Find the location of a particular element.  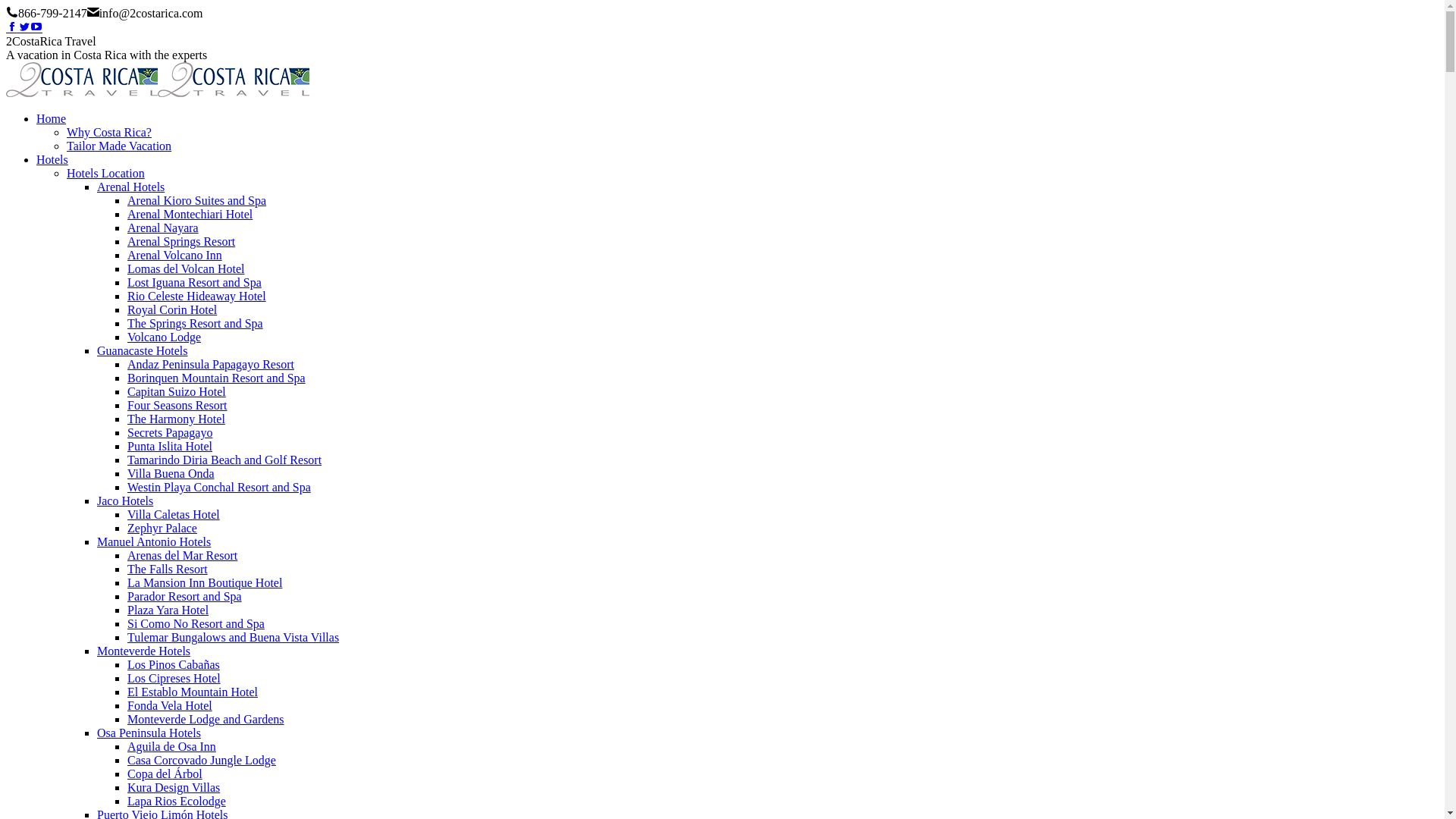

'Home' is located at coordinates (51, 118).